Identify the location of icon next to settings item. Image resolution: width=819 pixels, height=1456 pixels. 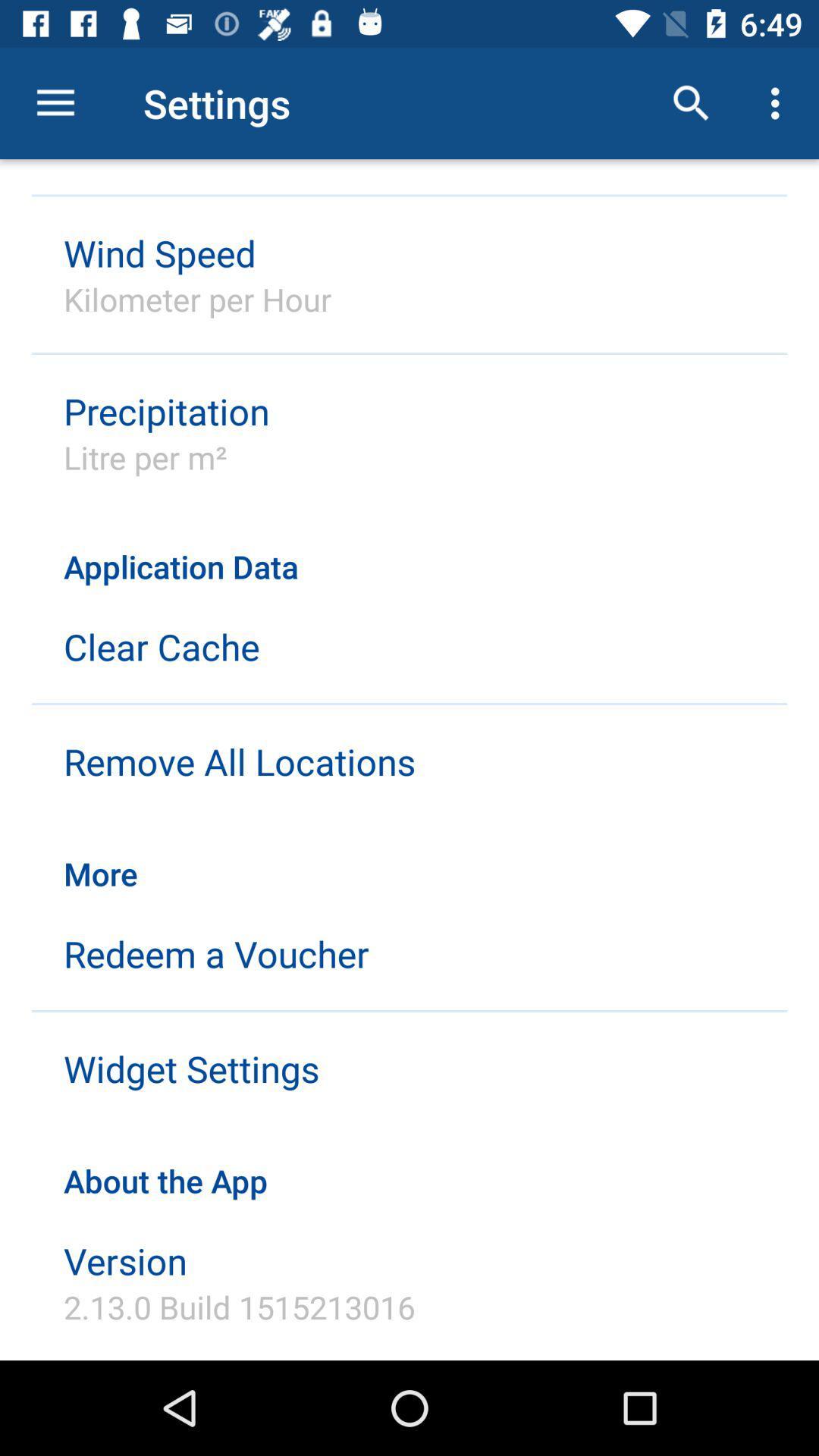
(691, 102).